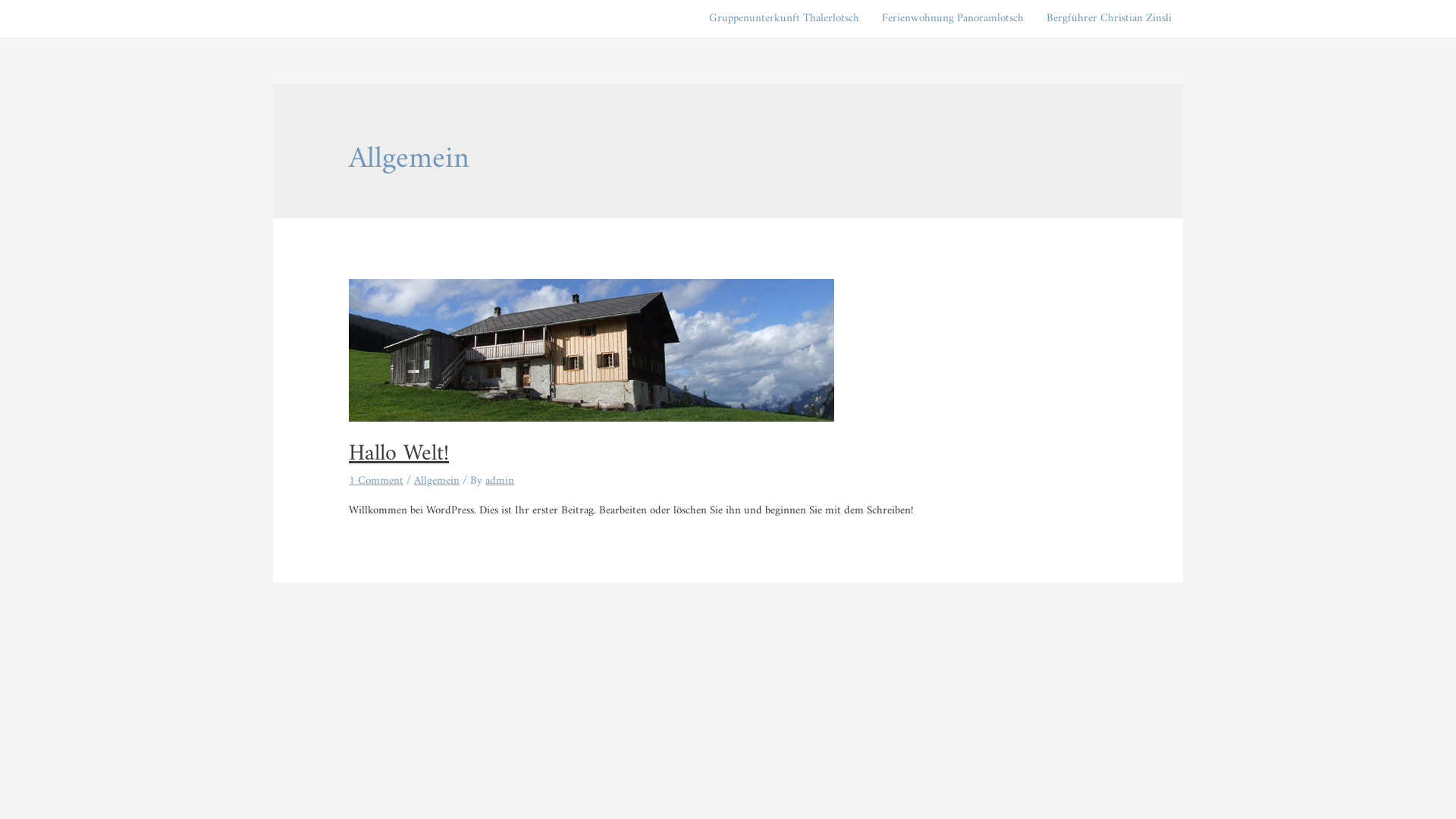  I want to click on 'Ferienwohnung Panoramlotsch', so click(952, 18).